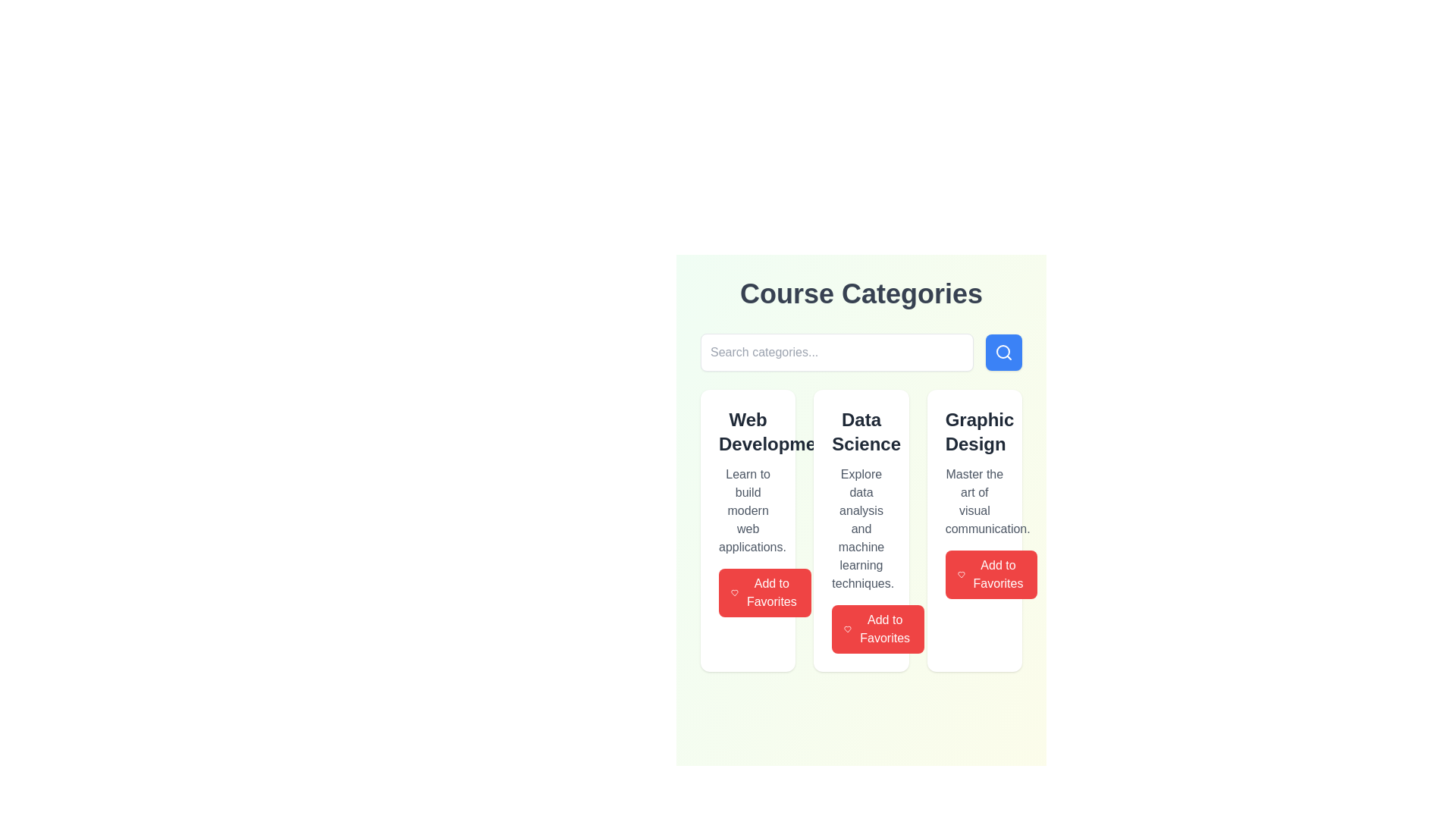 The height and width of the screenshot is (819, 1456). What do you see at coordinates (878, 629) in the screenshot?
I see `the 'Add to Favorites' button located at the bottom section of the 'Data Science' card for accessibility navigation` at bounding box center [878, 629].